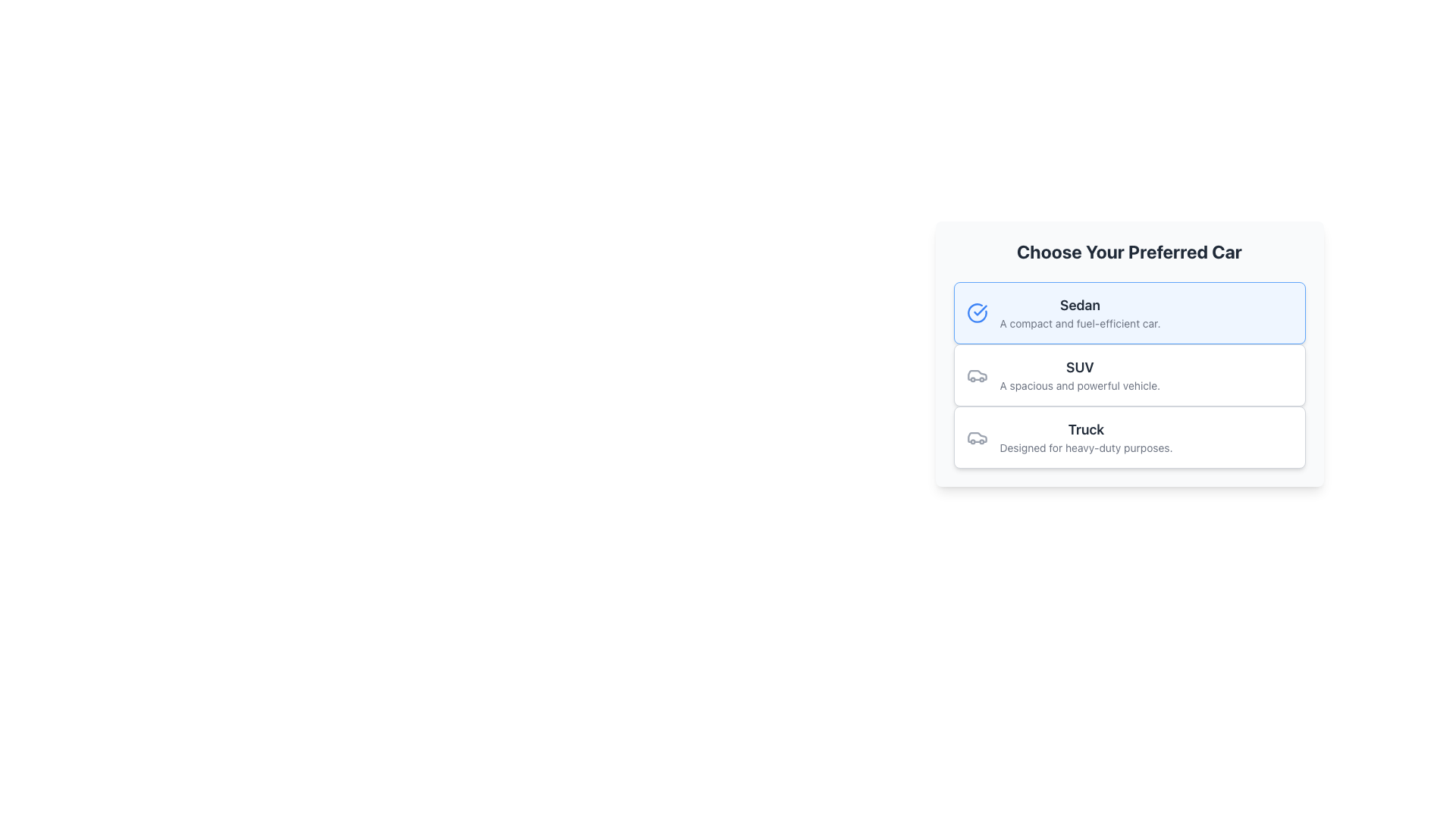 The height and width of the screenshot is (819, 1456). I want to click on the text element that reads 'Designed for heavy-duty purposes.' positioned below the title 'Truck', so click(1085, 447).